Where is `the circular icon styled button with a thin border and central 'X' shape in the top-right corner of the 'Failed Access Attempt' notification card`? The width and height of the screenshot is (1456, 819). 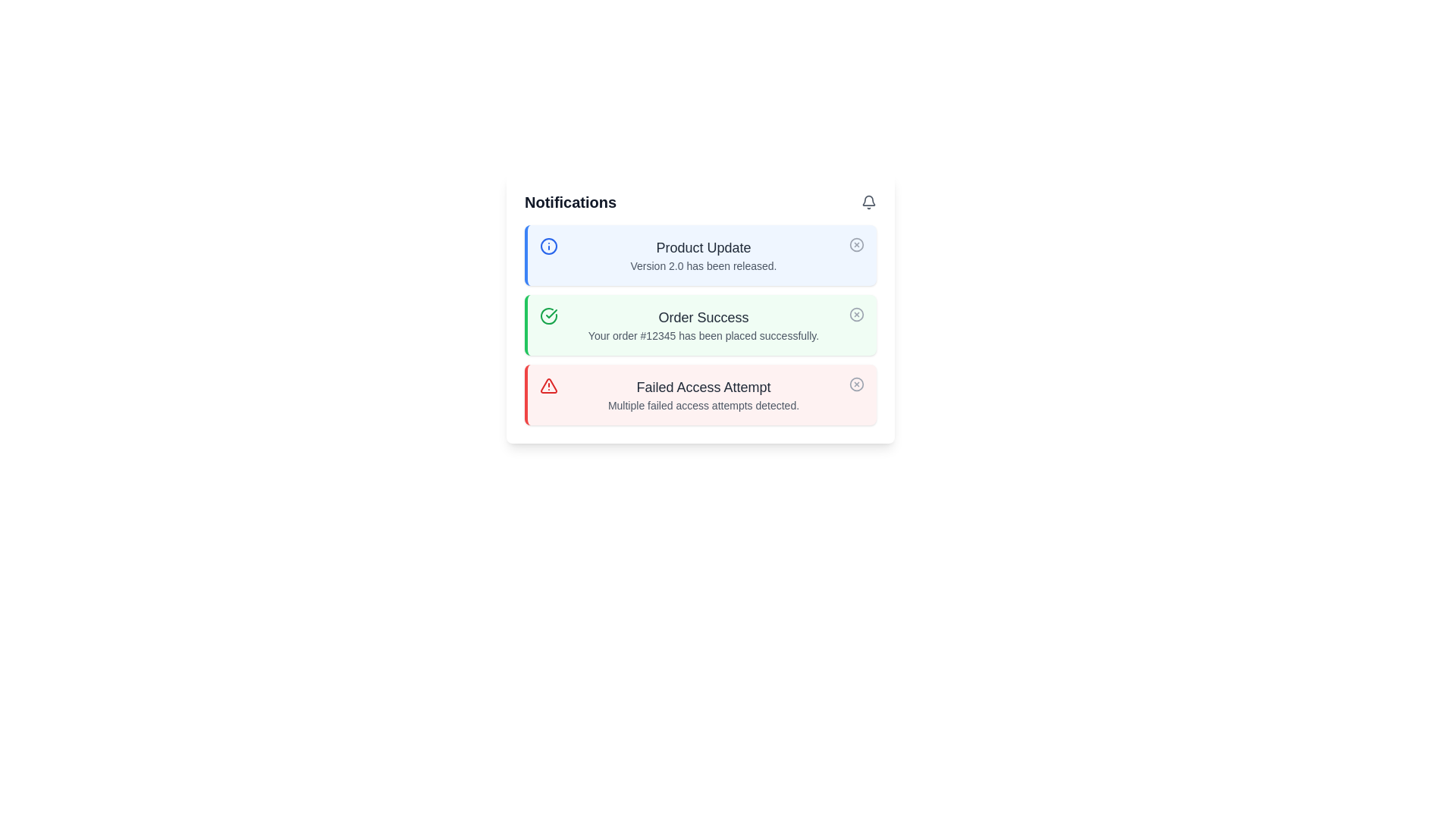 the circular icon styled button with a thin border and central 'X' shape in the top-right corner of the 'Failed Access Attempt' notification card is located at coordinates (856, 383).